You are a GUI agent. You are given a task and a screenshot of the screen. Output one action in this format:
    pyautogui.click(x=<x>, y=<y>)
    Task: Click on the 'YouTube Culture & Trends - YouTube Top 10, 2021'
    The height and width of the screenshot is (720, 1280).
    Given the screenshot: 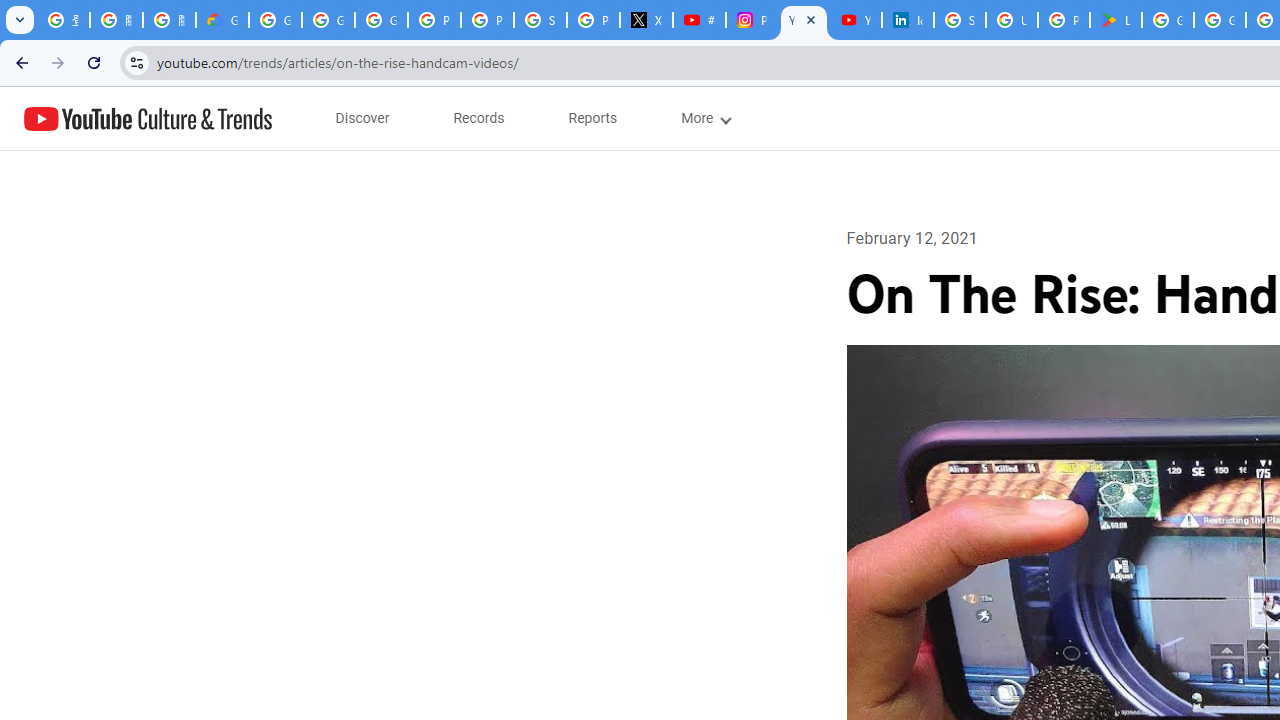 What is the action you would take?
    pyautogui.click(x=855, y=20)
    